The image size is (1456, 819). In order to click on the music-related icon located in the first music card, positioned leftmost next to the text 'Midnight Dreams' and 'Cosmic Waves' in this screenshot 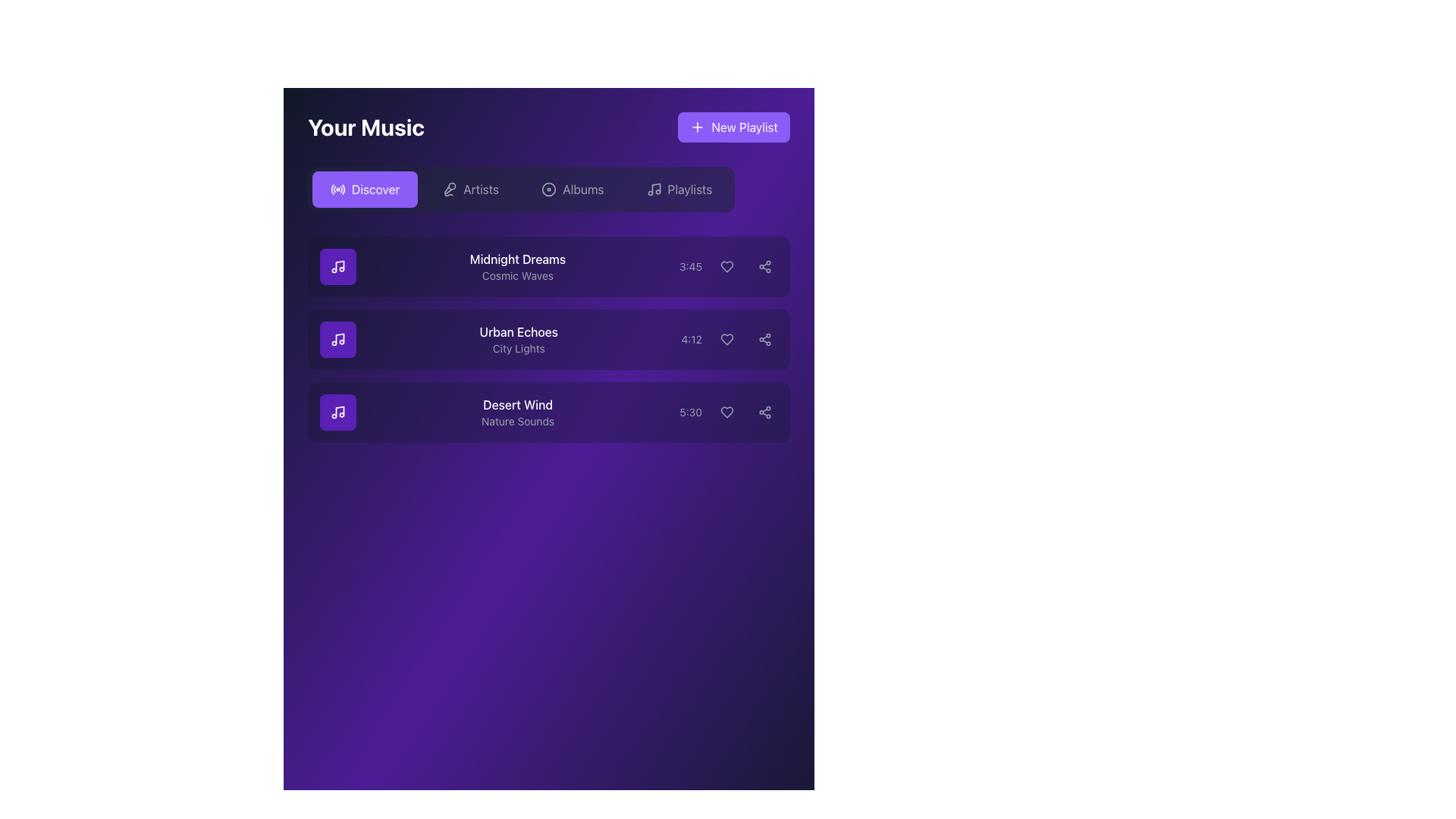, I will do `click(337, 265)`.